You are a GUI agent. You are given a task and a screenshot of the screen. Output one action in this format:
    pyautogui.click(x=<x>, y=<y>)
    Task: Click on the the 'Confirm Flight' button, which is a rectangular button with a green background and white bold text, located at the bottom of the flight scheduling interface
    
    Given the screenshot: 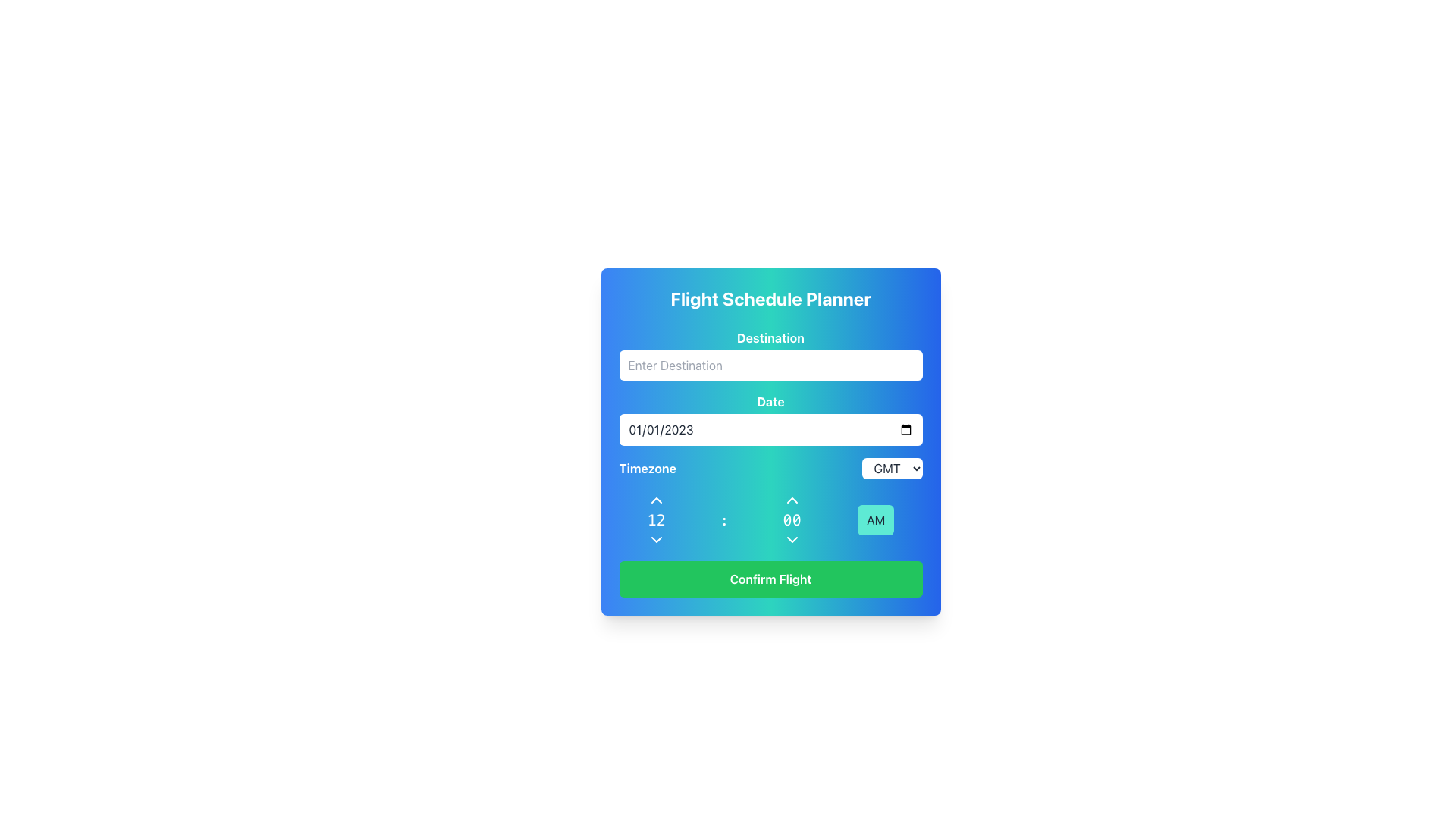 What is the action you would take?
    pyautogui.click(x=770, y=579)
    